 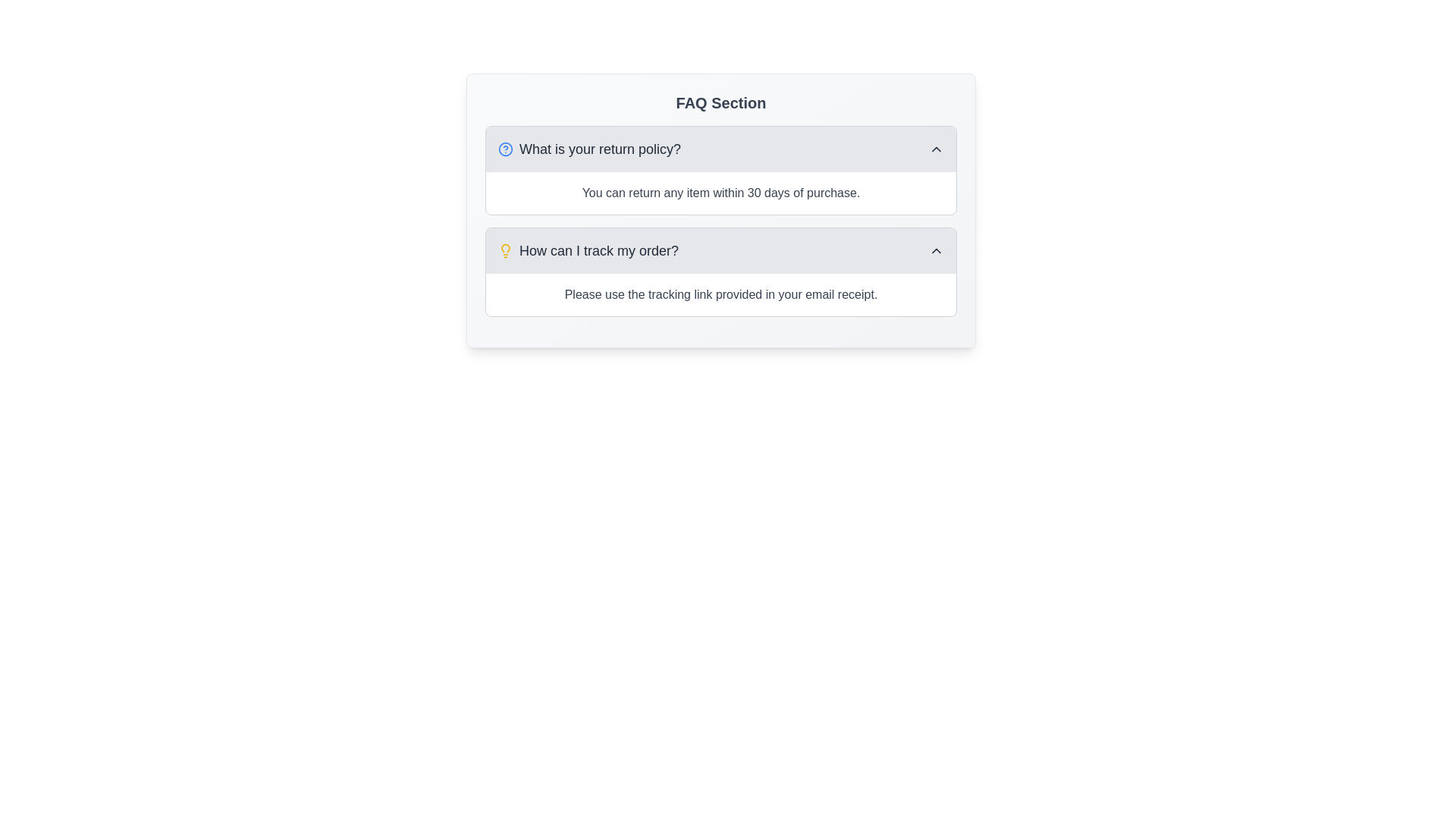 I want to click on the Accordion Header labeled 'What is your return policy?', so click(x=720, y=149).